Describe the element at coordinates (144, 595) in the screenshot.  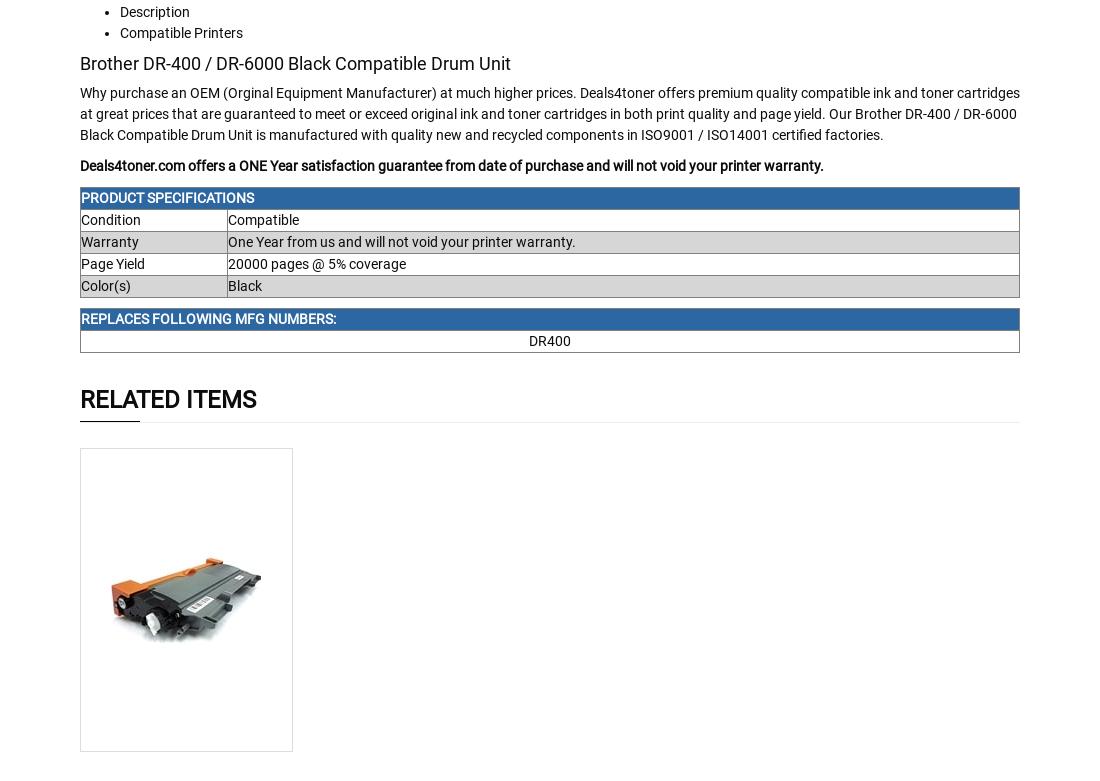
I see `'Add To Cart'` at that location.